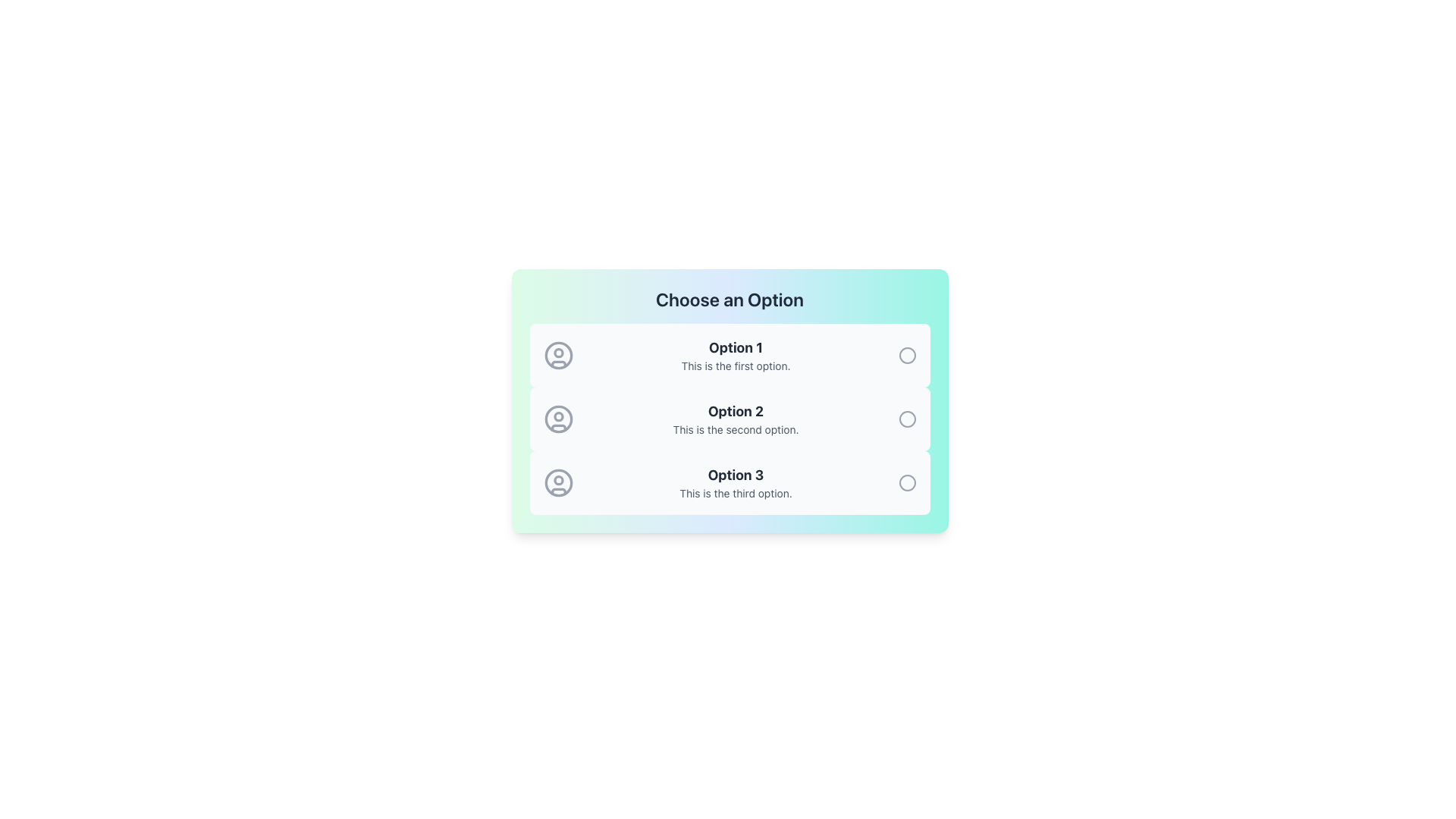 The image size is (1456, 819). What do you see at coordinates (557, 353) in the screenshot?
I see `the small circular graphical element that is part of the user profile icon, located near the top of the icon to the left of the text 'Option 1'` at bounding box center [557, 353].